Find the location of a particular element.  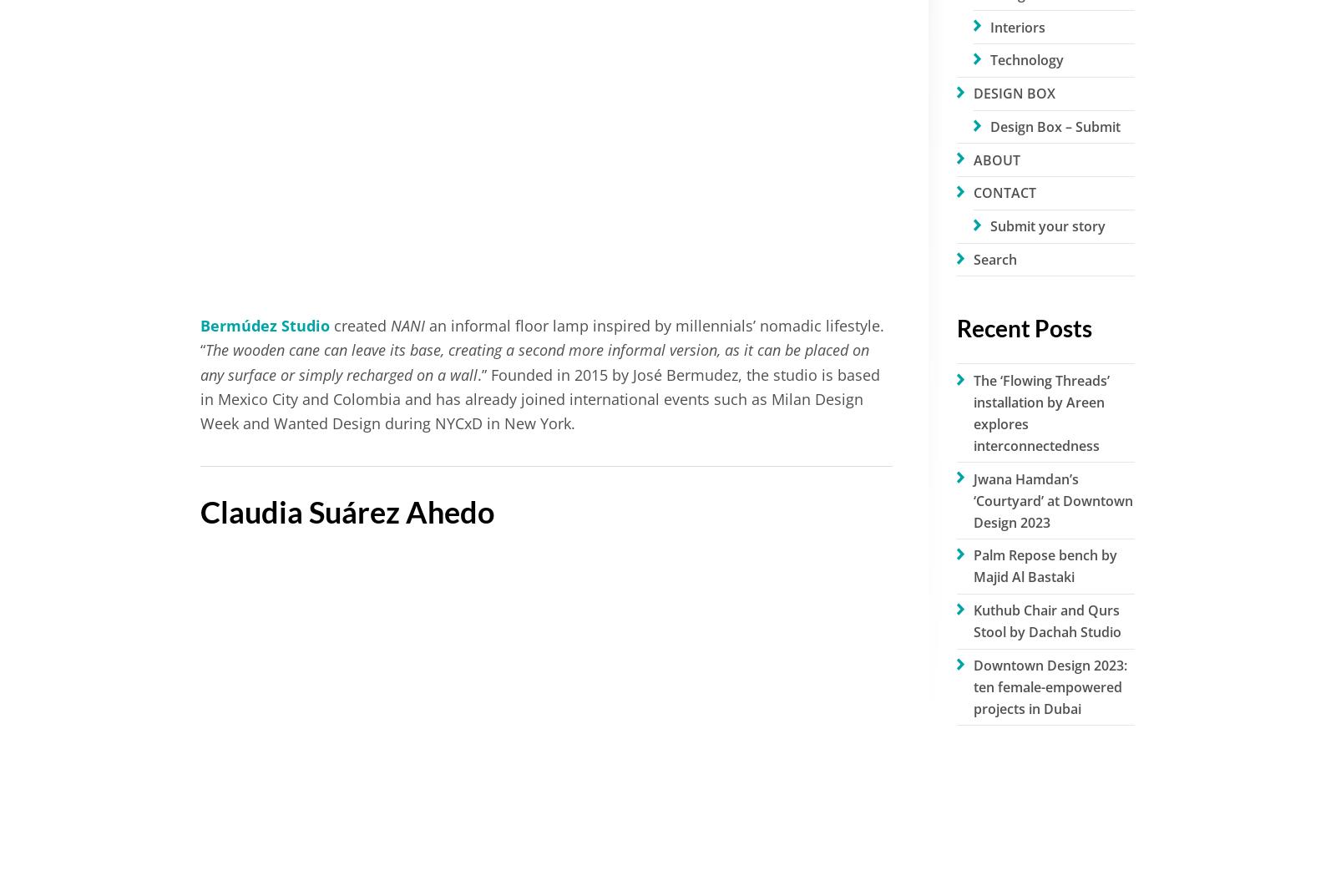

'.” Founded in 2015 by José Bermudez, the studio is based in Mexico City and Colombia and has already joined international events such as Milan Design Week and Wanted Design during NYCxD in New York.' is located at coordinates (540, 397).